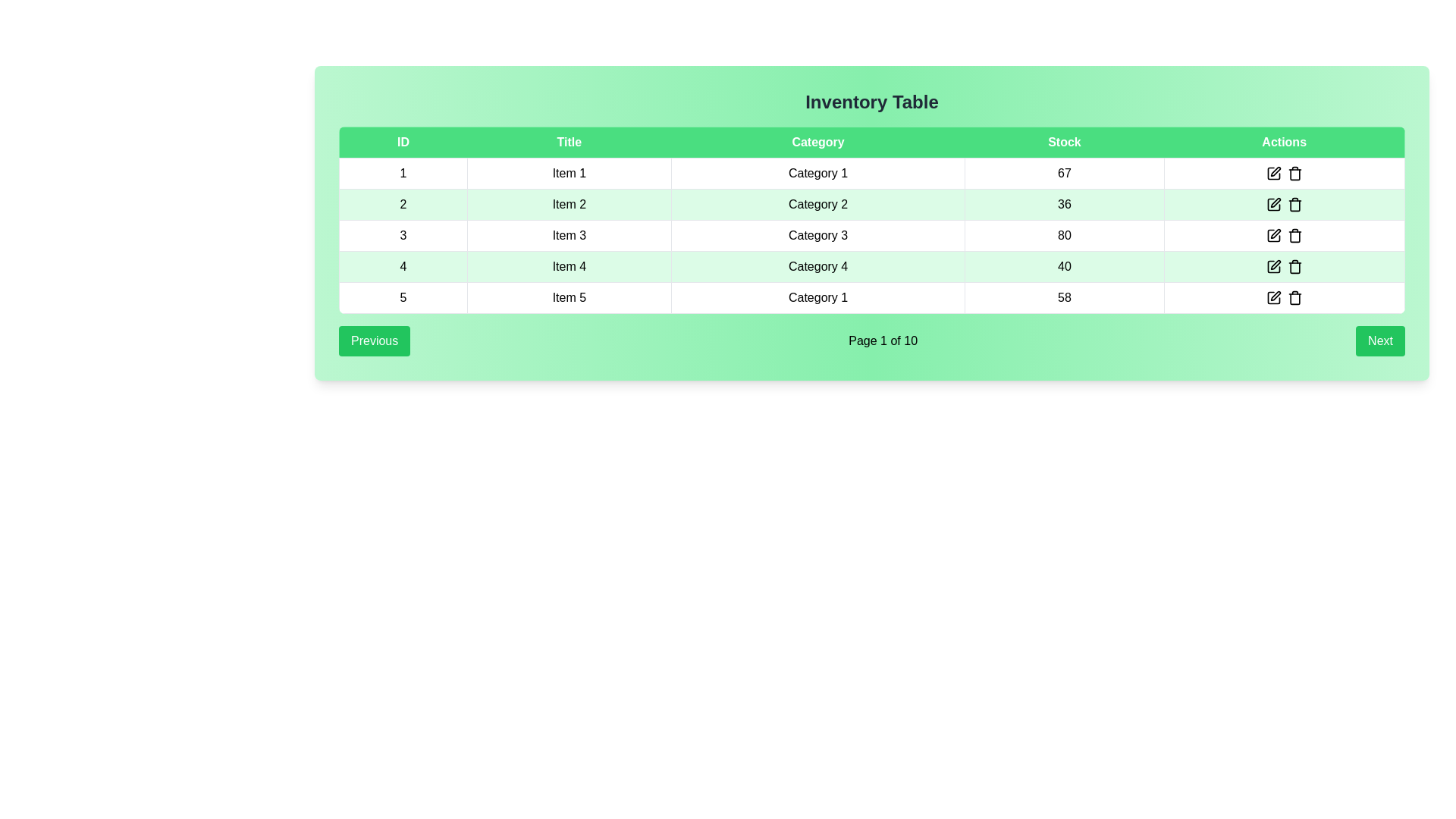 The image size is (1456, 819). Describe the element at coordinates (817, 236) in the screenshot. I see `the Table Cell located in the third row under the 'Category' column, which is the third cell in that row` at that location.